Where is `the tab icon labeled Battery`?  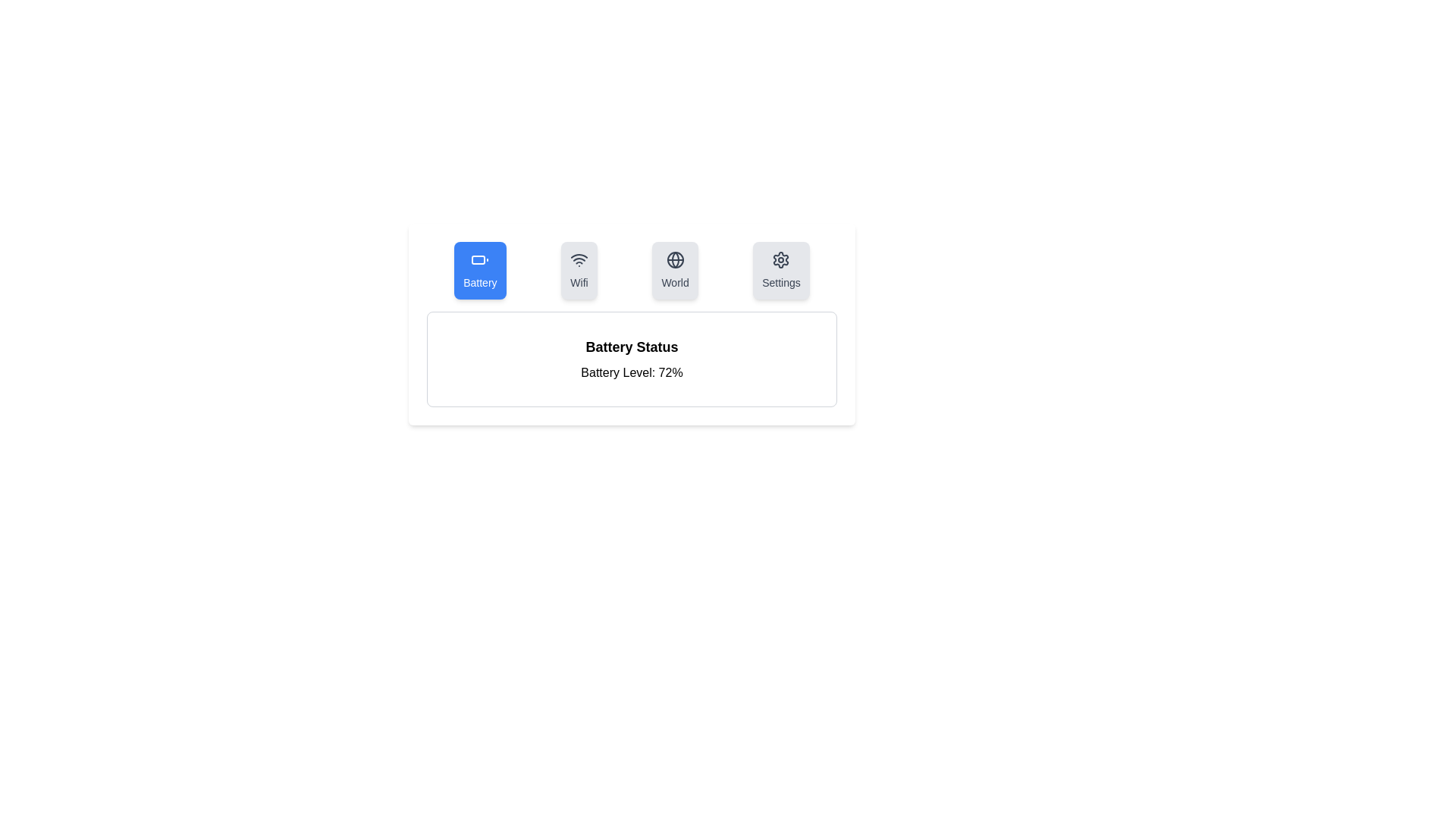 the tab icon labeled Battery is located at coordinates (479, 270).